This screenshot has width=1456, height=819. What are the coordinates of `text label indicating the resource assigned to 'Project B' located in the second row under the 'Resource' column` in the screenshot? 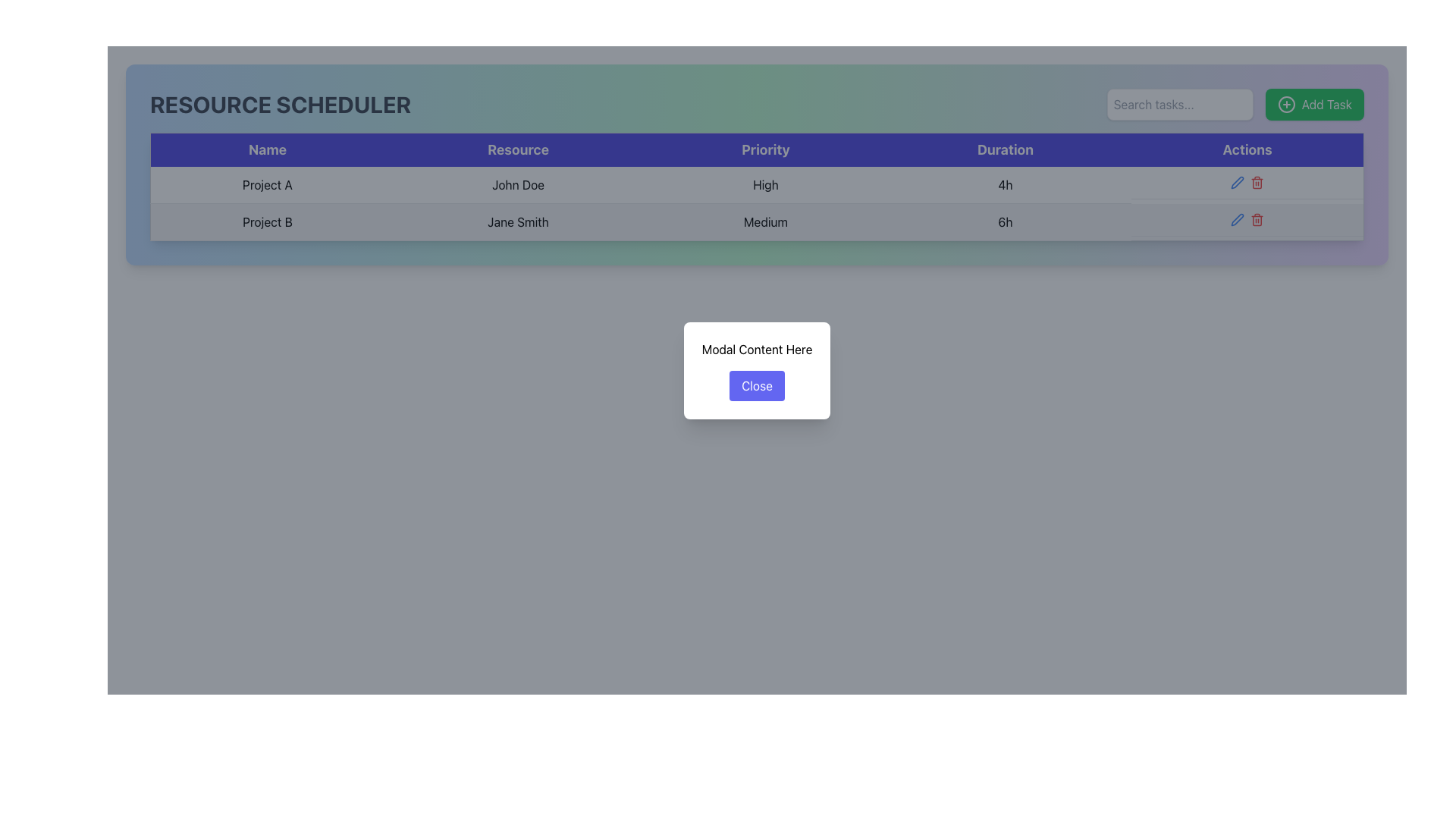 It's located at (518, 222).